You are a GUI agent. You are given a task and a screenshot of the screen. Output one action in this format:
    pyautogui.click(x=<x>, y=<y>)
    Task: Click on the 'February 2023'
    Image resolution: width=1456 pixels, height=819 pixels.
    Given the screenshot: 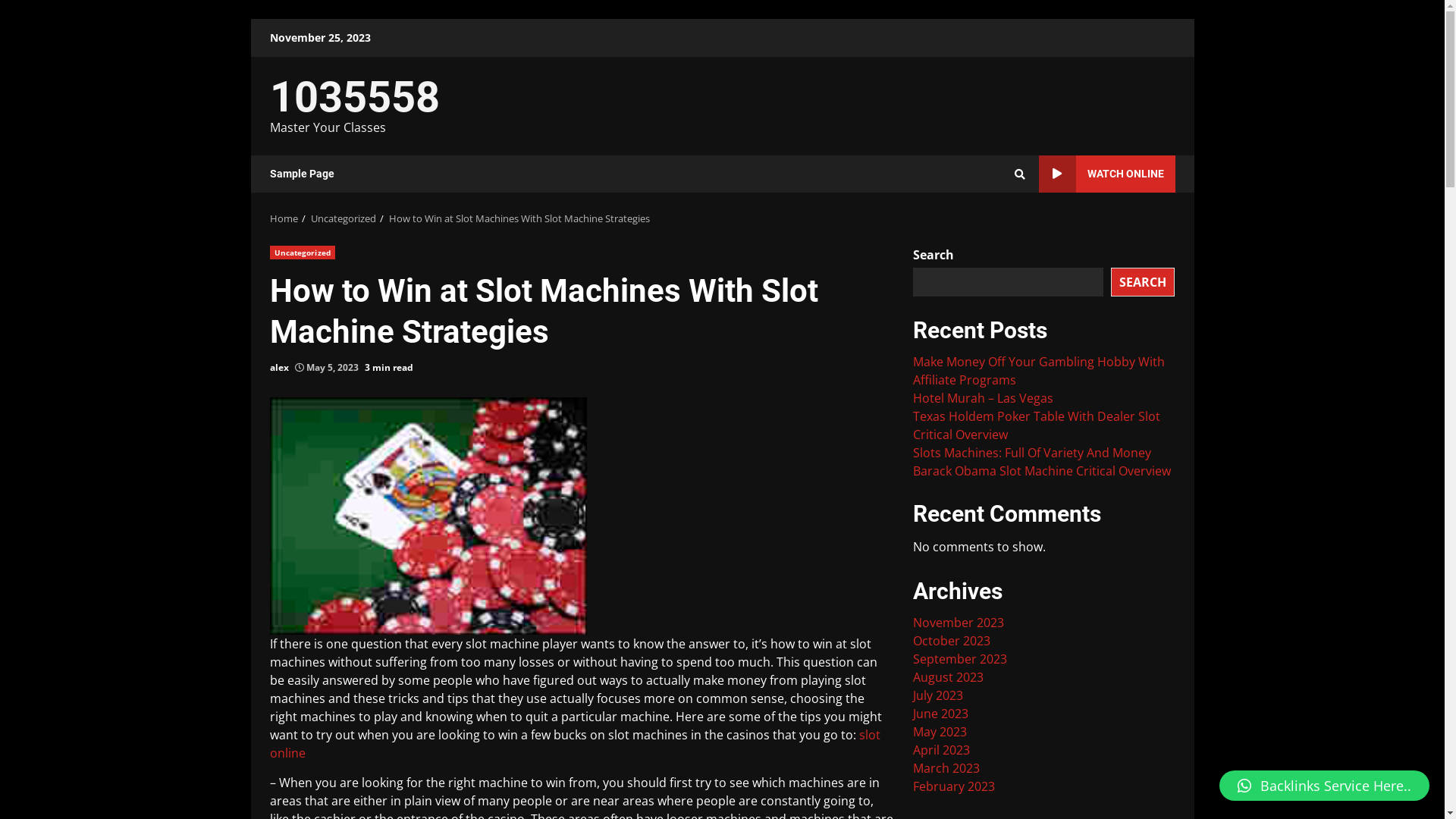 What is the action you would take?
    pyautogui.click(x=912, y=786)
    